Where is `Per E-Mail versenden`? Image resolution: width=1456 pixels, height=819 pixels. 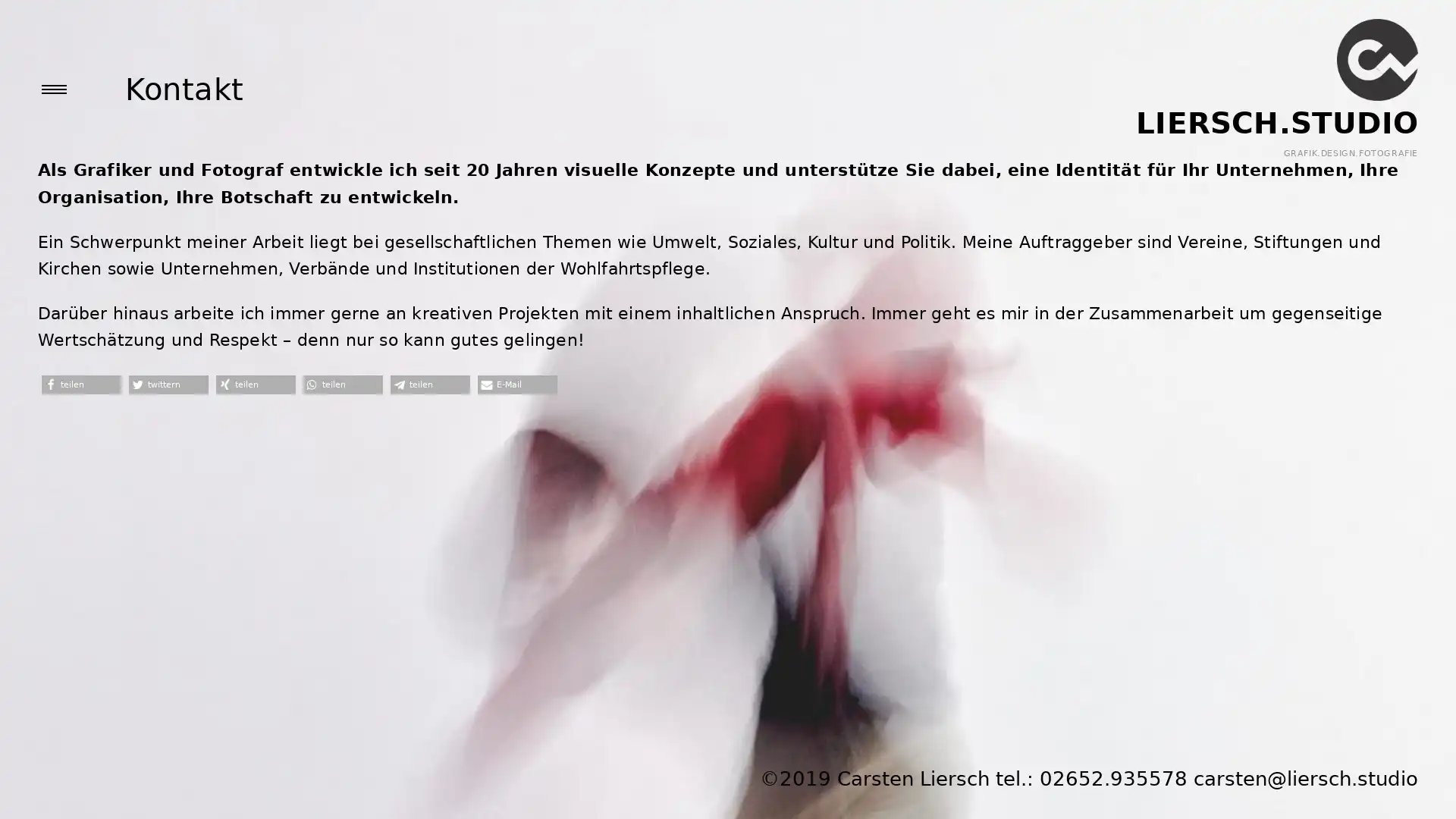
Per E-Mail versenden is located at coordinates (517, 570).